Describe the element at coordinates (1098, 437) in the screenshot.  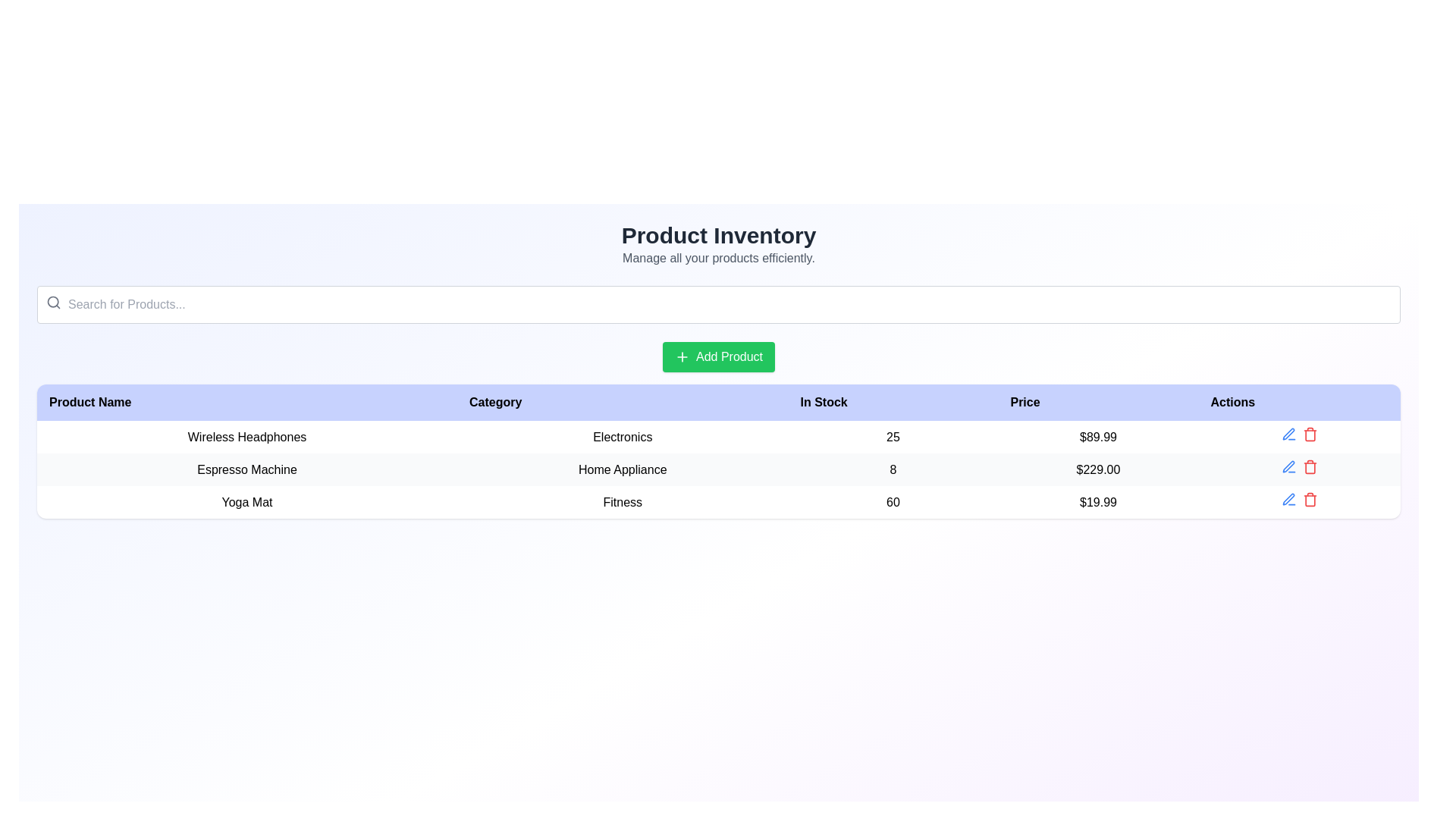
I see `the text label displaying the price '$89.99' for the product 'Wireless Headphones' located in the fourth column of the first row of the table` at that location.